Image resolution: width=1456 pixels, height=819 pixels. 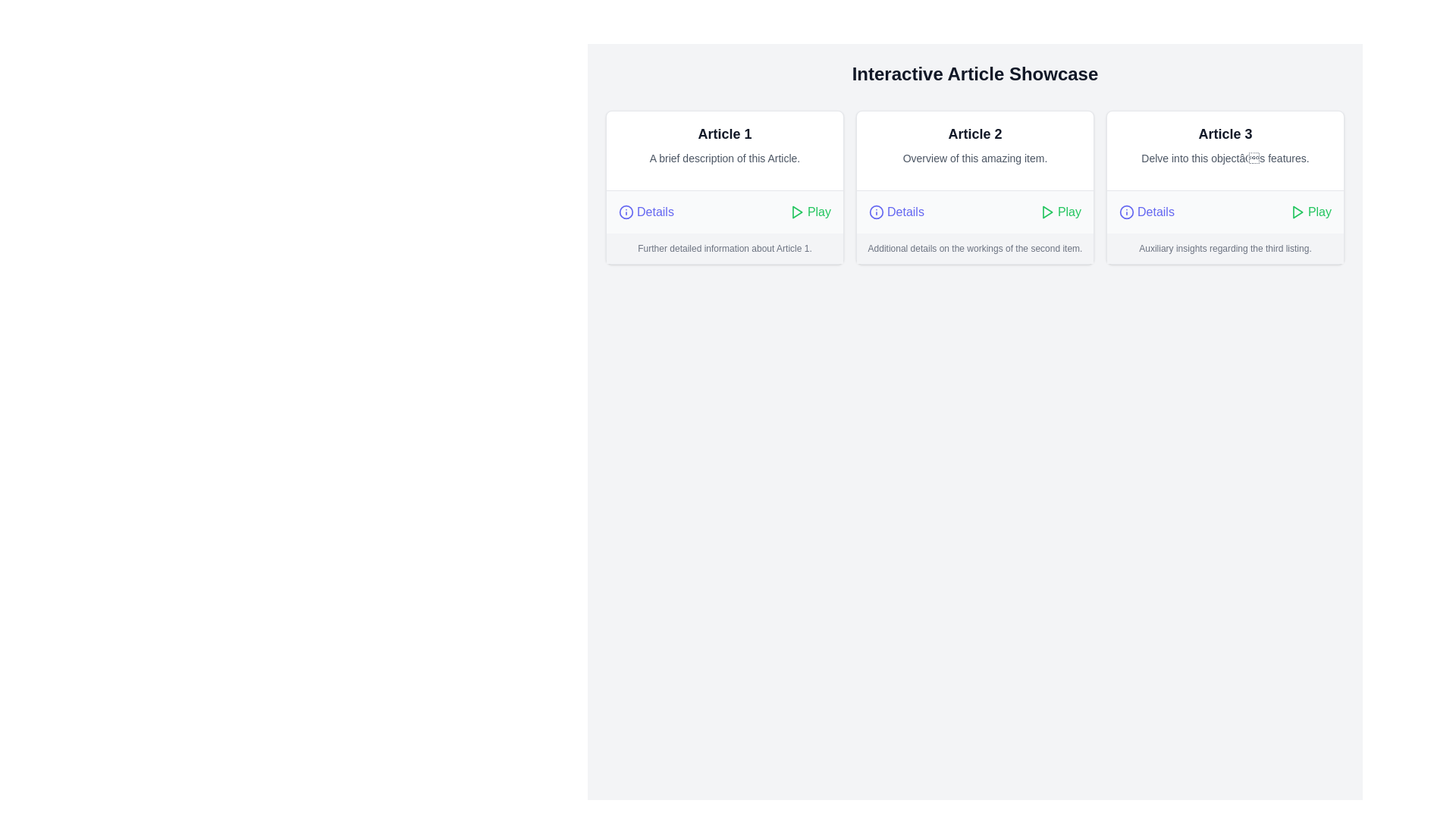 What do you see at coordinates (1147, 212) in the screenshot?
I see `the 'Details' hyperlink with an information icon located at the bottom section of the third tile labeled 'Article 3'` at bounding box center [1147, 212].